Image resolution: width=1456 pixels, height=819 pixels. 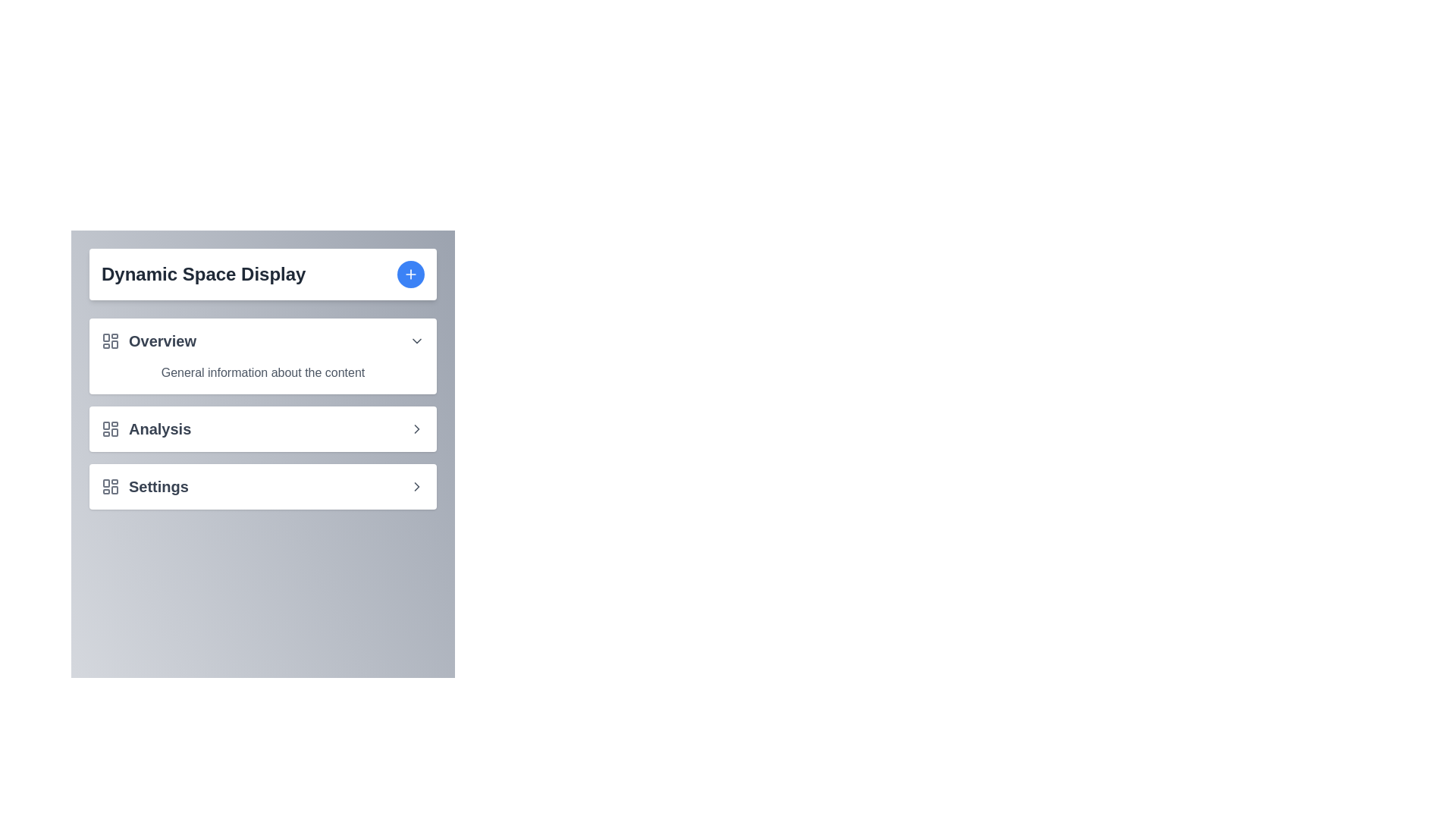 What do you see at coordinates (411, 275) in the screenshot?
I see `the 'add' button with a plus icon located on the right side of the header section titled 'Dynamic Space Display'` at bounding box center [411, 275].